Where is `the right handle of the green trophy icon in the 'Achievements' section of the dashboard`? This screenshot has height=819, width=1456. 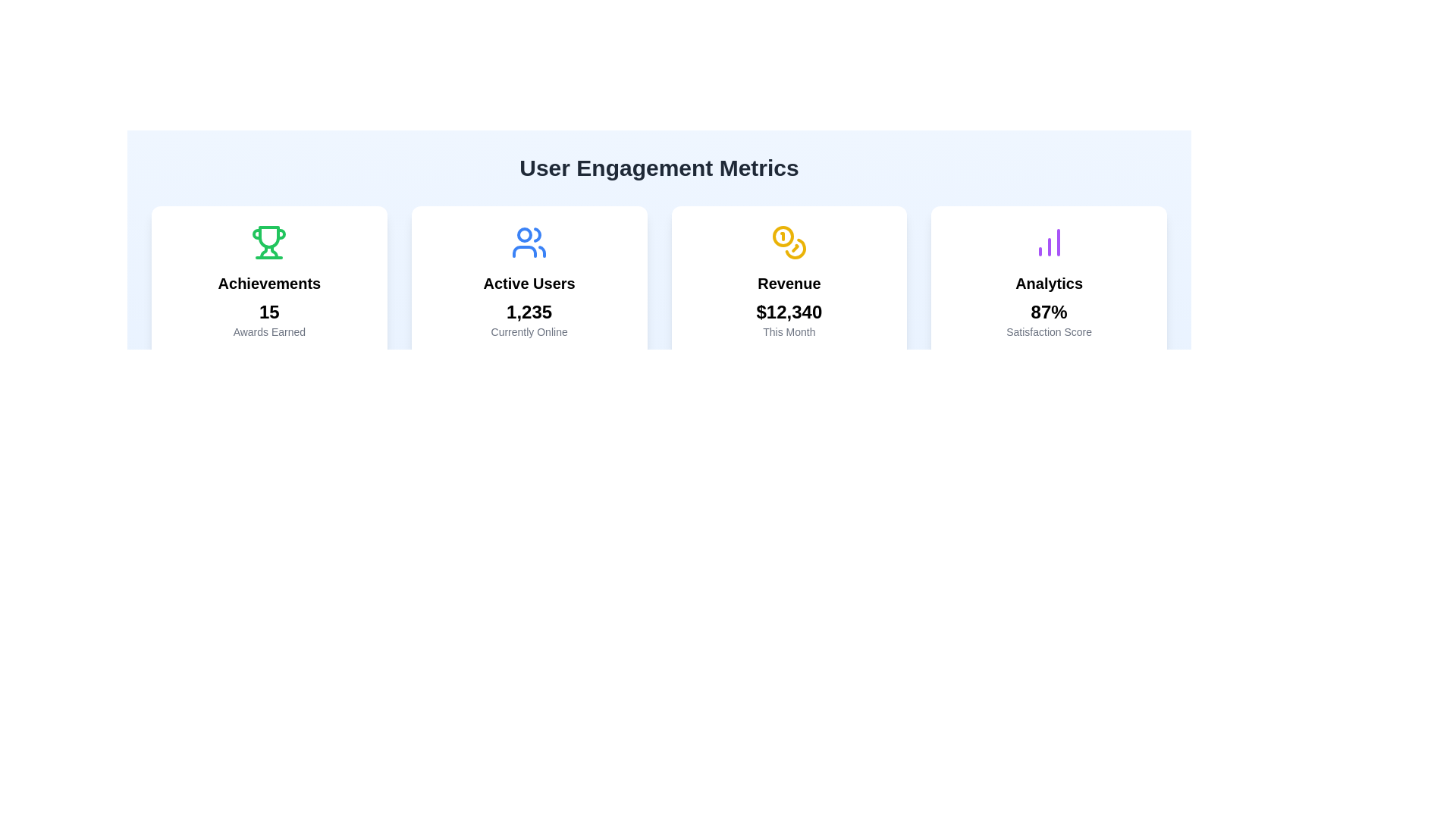 the right handle of the green trophy icon in the 'Achievements' section of the dashboard is located at coordinates (281, 234).